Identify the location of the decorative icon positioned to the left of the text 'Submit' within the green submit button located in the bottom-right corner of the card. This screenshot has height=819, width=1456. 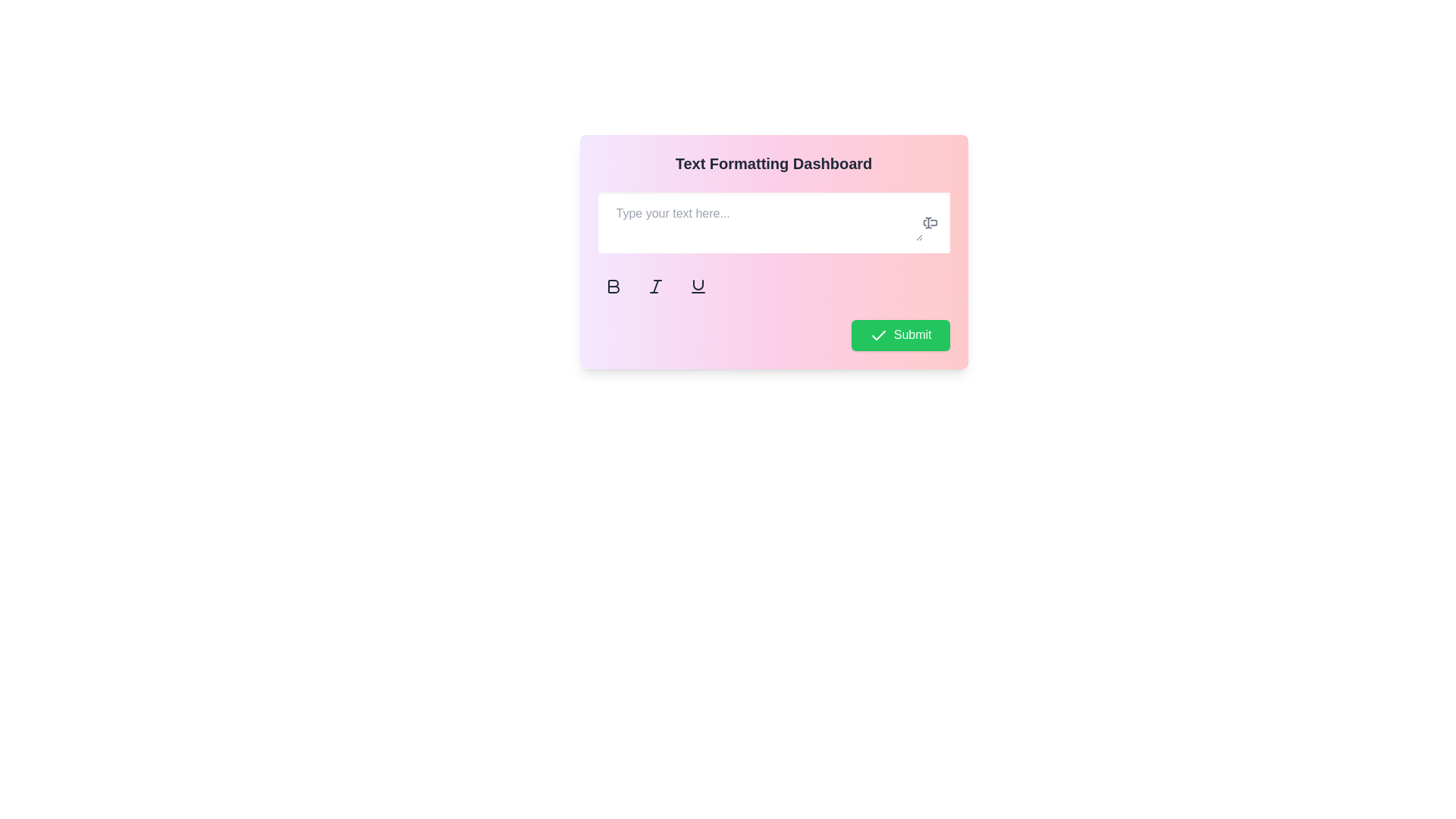
(878, 334).